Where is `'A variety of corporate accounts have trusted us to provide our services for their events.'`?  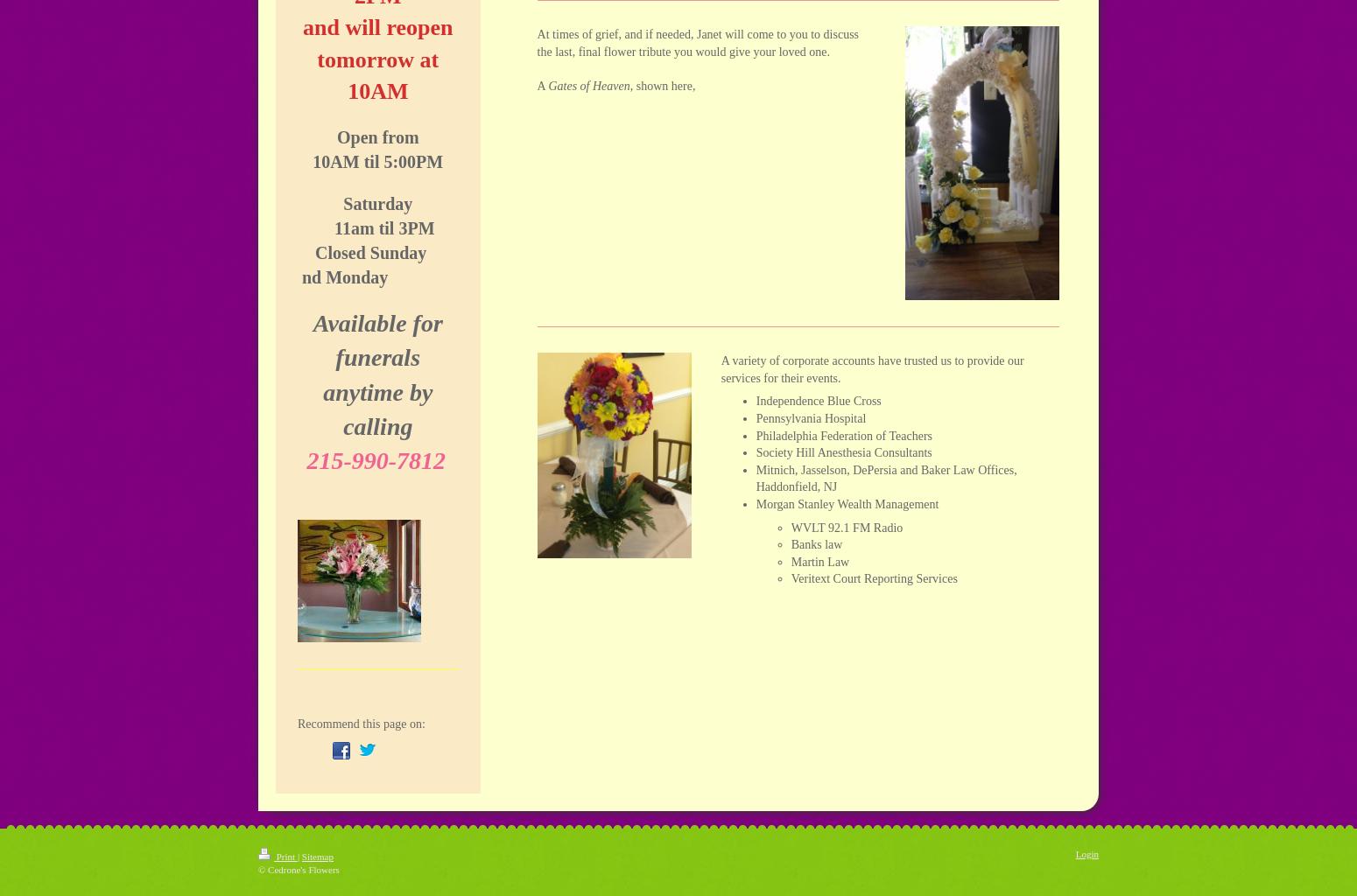 'A variety of corporate accounts have trusted us to provide our services for their events.' is located at coordinates (871, 367).